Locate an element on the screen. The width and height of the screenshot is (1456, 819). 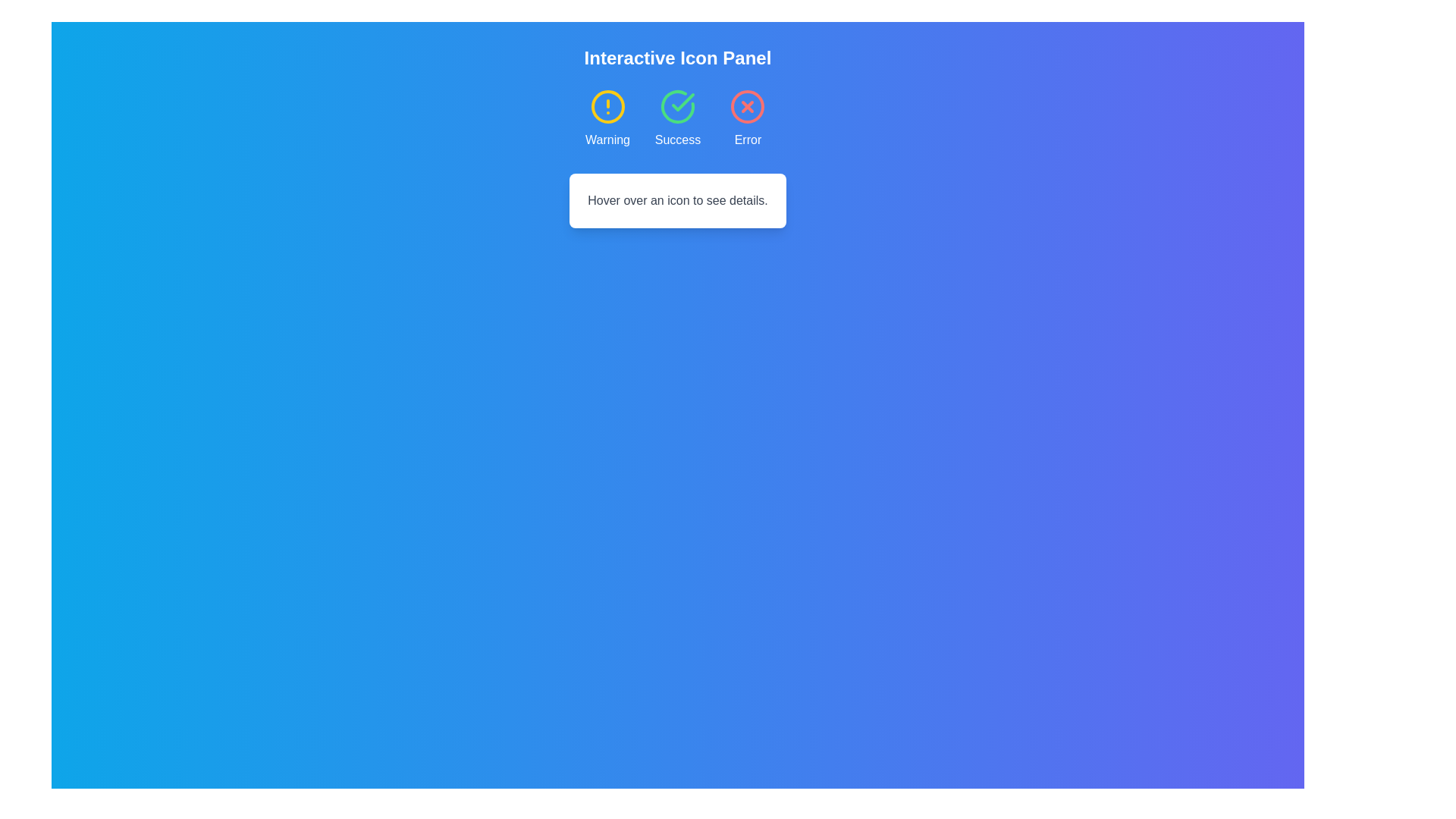
the Text Label that provides a textual representation for the associated warning icon, located below a yellow circle with an exclamation mark is located at coordinates (607, 140).